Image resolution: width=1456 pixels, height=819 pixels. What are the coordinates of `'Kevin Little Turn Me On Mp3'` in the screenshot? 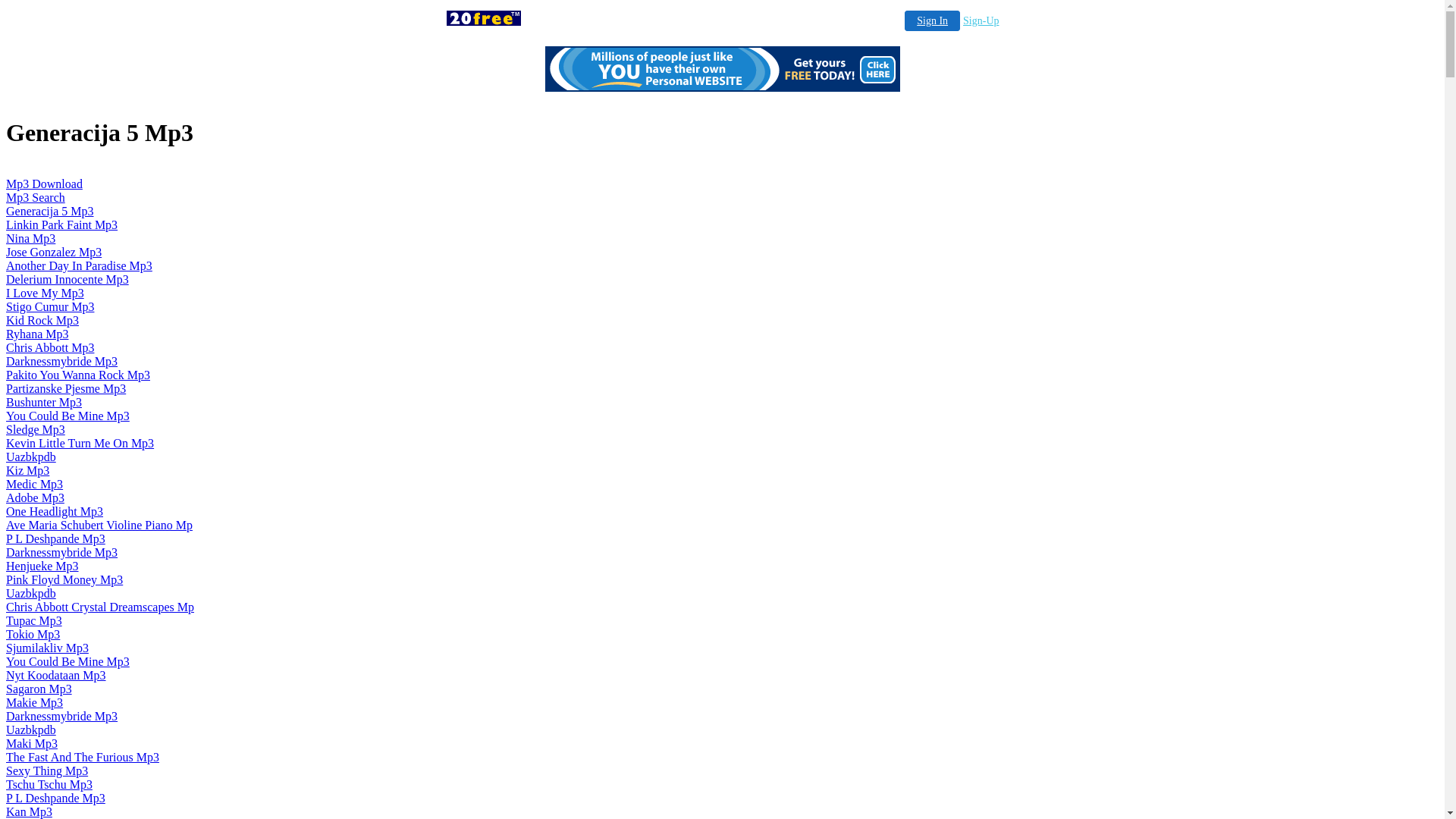 It's located at (79, 443).